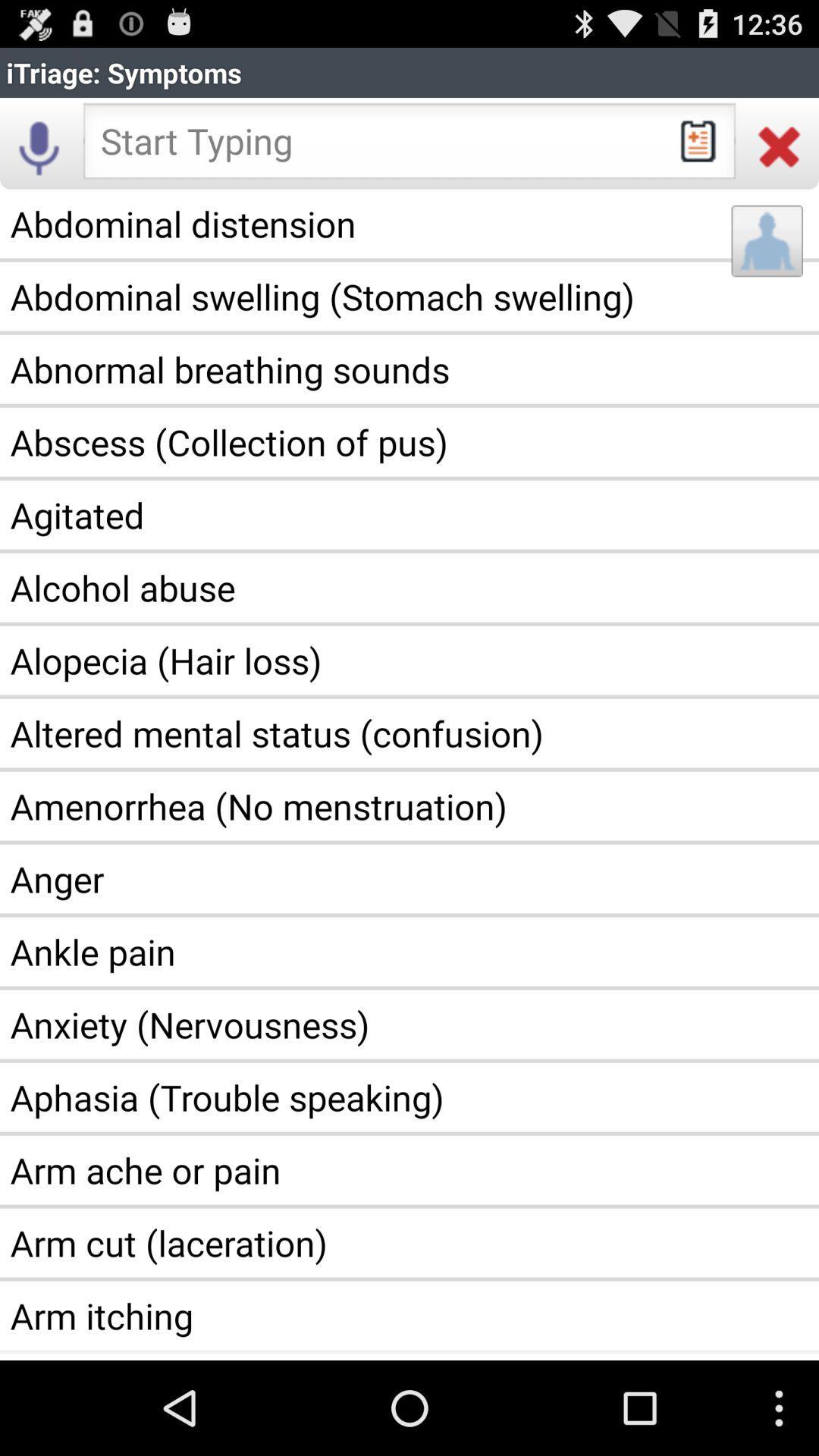 Image resolution: width=819 pixels, height=1456 pixels. I want to click on the app below the abdominal swelling stomach, so click(409, 369).